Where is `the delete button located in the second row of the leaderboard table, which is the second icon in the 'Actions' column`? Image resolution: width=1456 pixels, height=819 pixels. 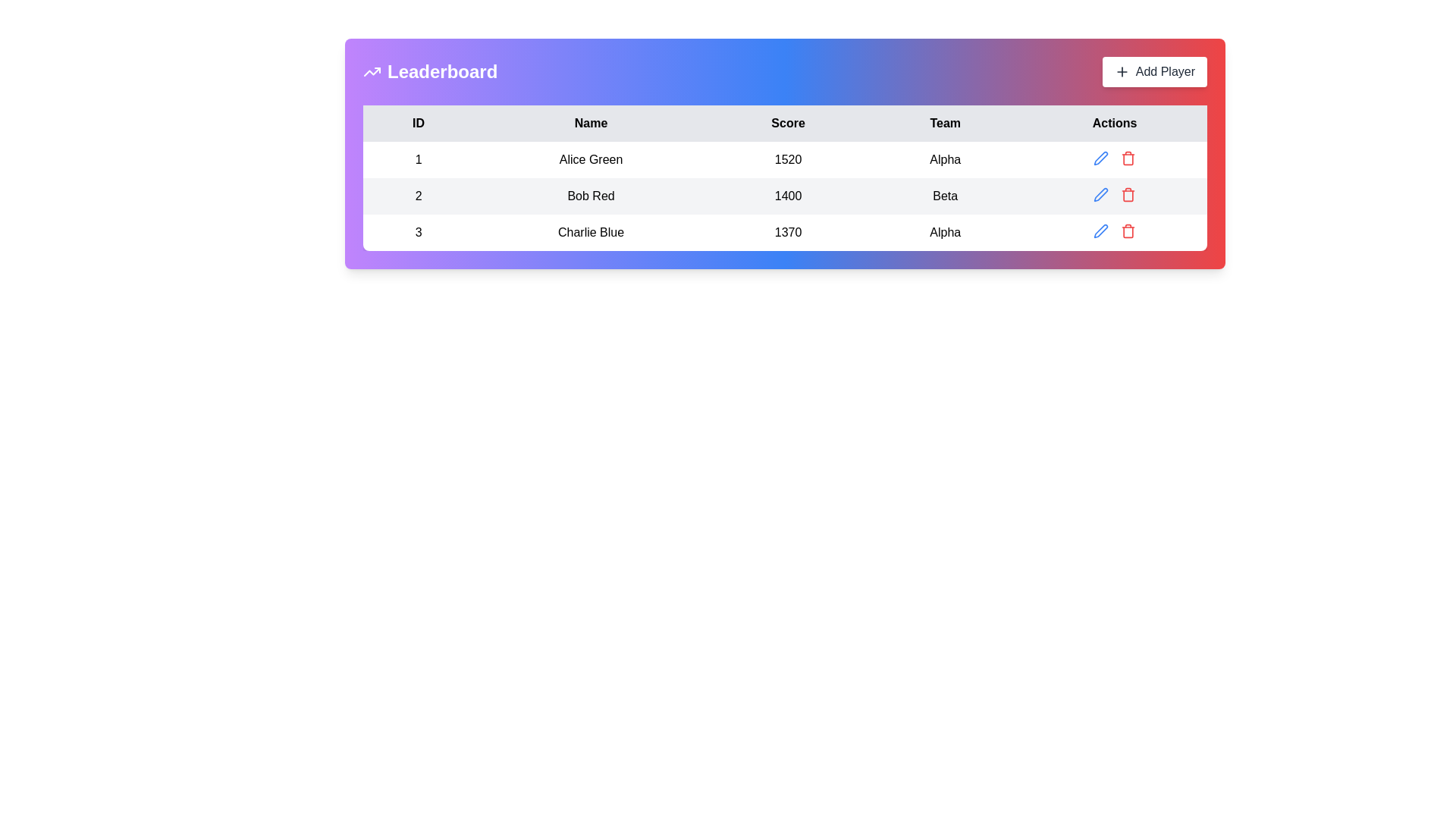 the delete button located in the second row of the leaderboard table, which is the second icon in the 'Actions' column is located at coordinates (1128, 194).